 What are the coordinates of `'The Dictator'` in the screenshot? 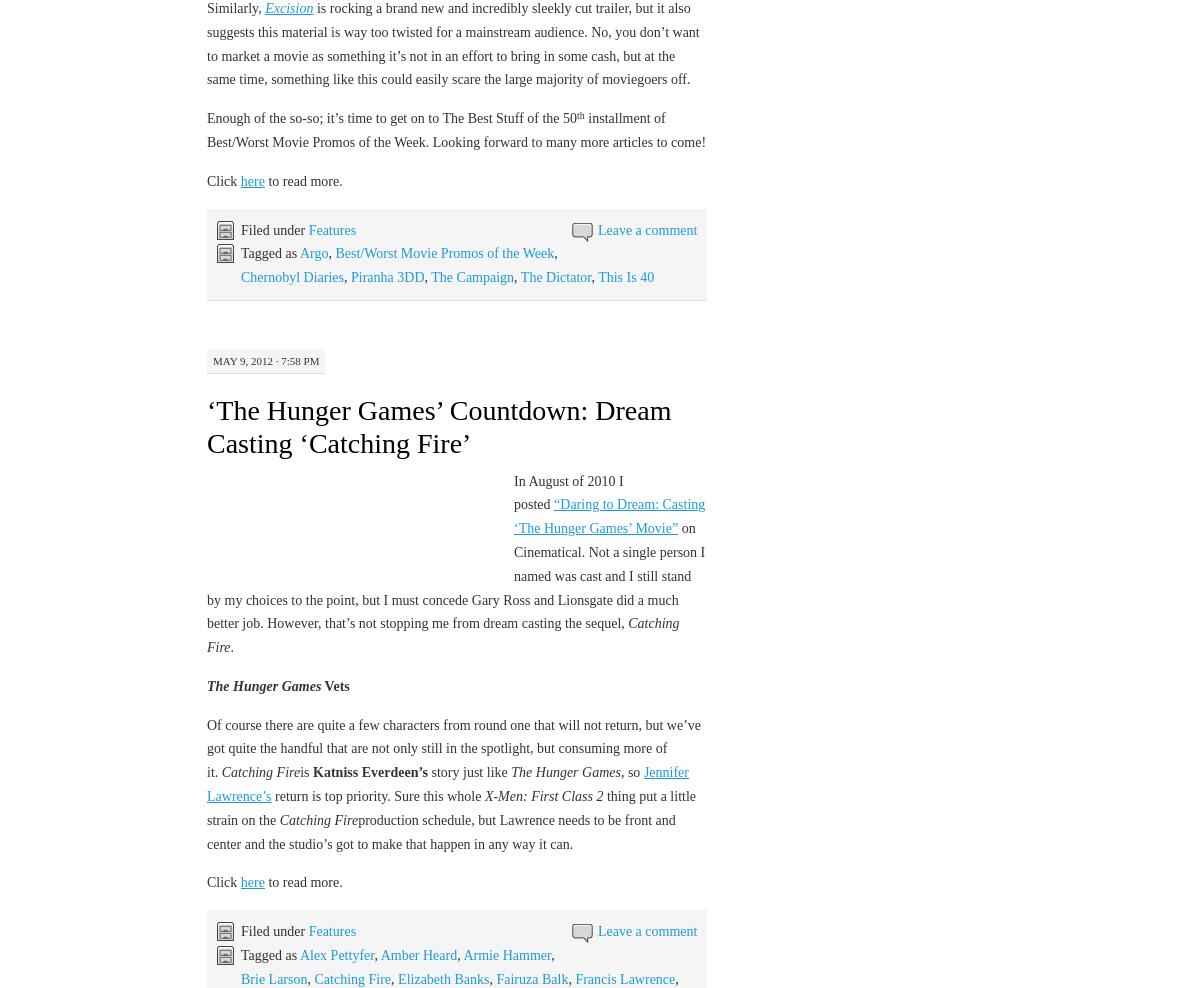 It's located at (555, 276).